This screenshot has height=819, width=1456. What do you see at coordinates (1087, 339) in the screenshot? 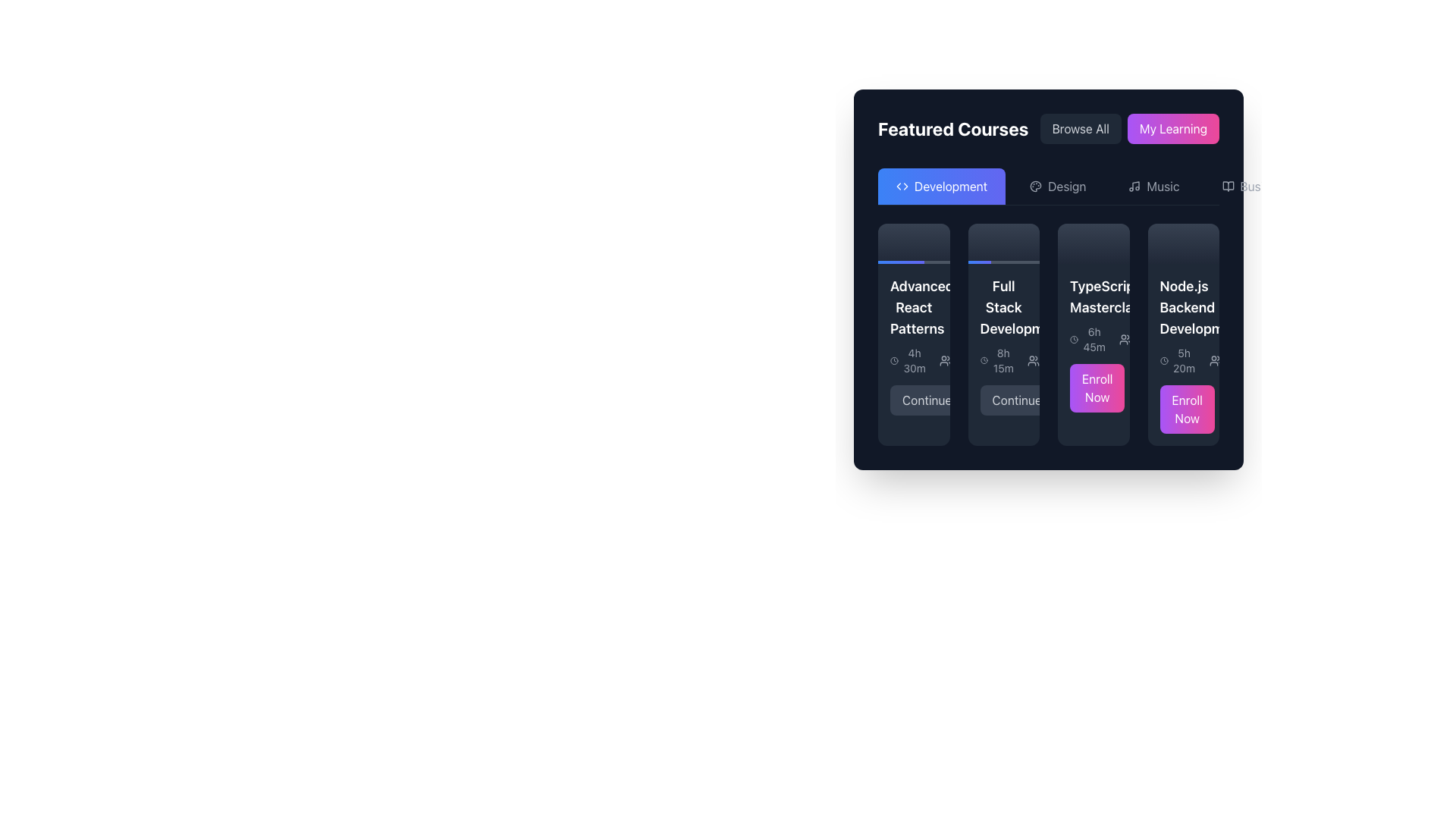
I see `the textual label displaying the course duration for the 'TypeScript Masterclass', which is located above the 'Enroll Now' button and has a clock icon to the left` at bounding box center [1087, 339].